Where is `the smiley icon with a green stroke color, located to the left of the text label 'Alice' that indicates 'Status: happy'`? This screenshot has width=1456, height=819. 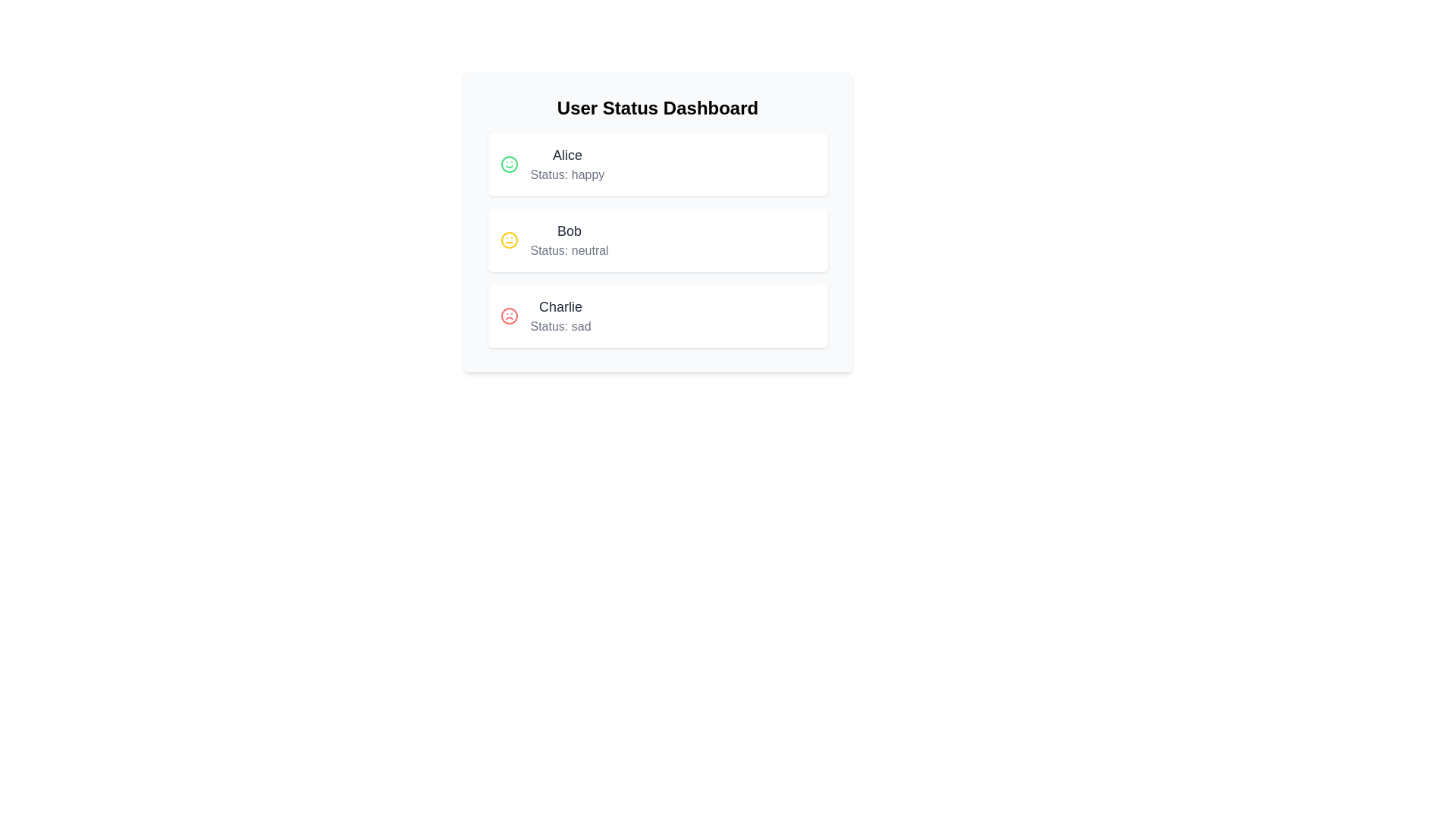 the smiley icon with a green stroke color, located to the left of the text label 'Alice' that indicates 'Status: happy' is located at coordinates (509, 164).